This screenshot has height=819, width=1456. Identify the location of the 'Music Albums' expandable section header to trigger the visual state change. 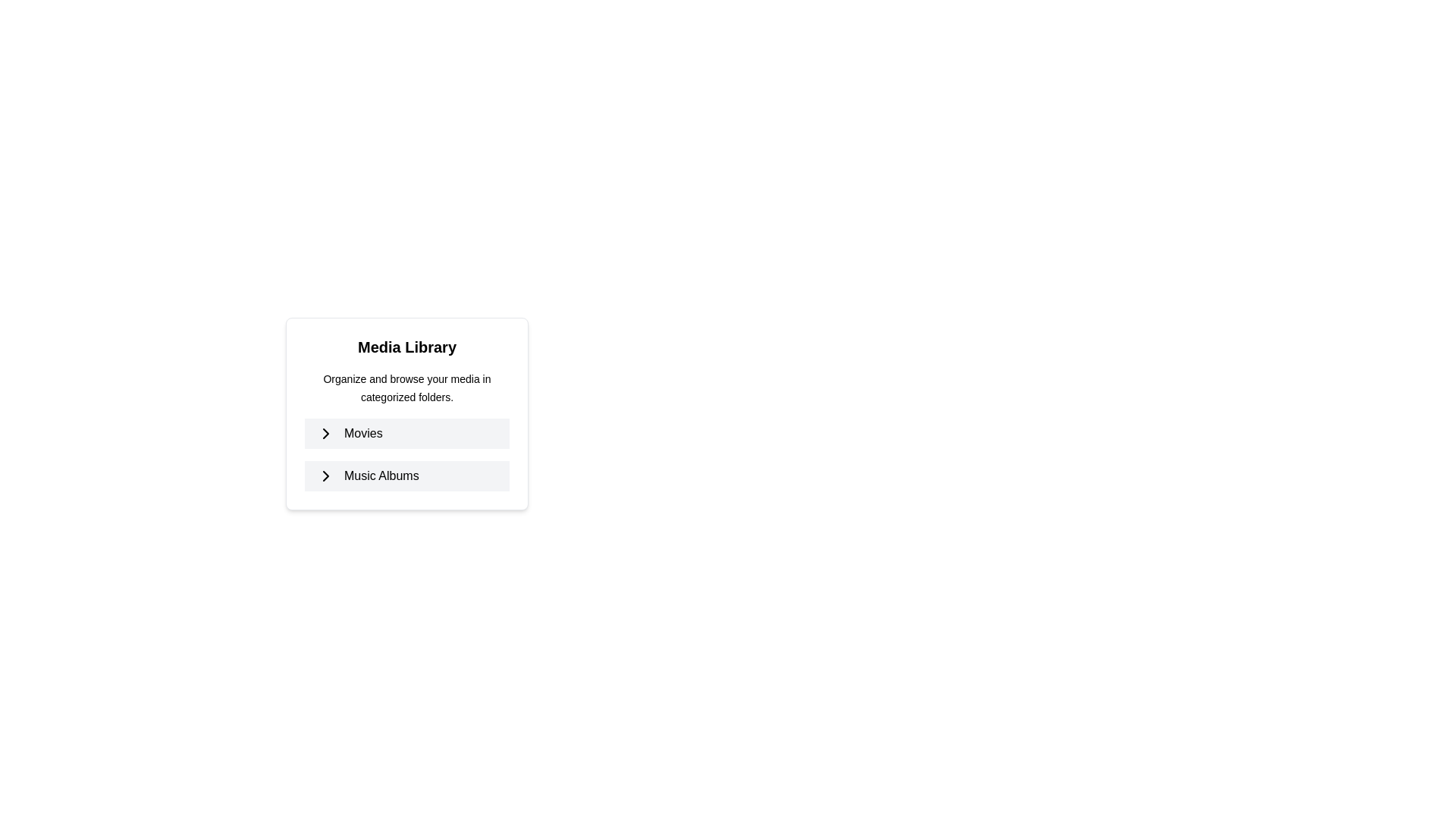
(407, 475).